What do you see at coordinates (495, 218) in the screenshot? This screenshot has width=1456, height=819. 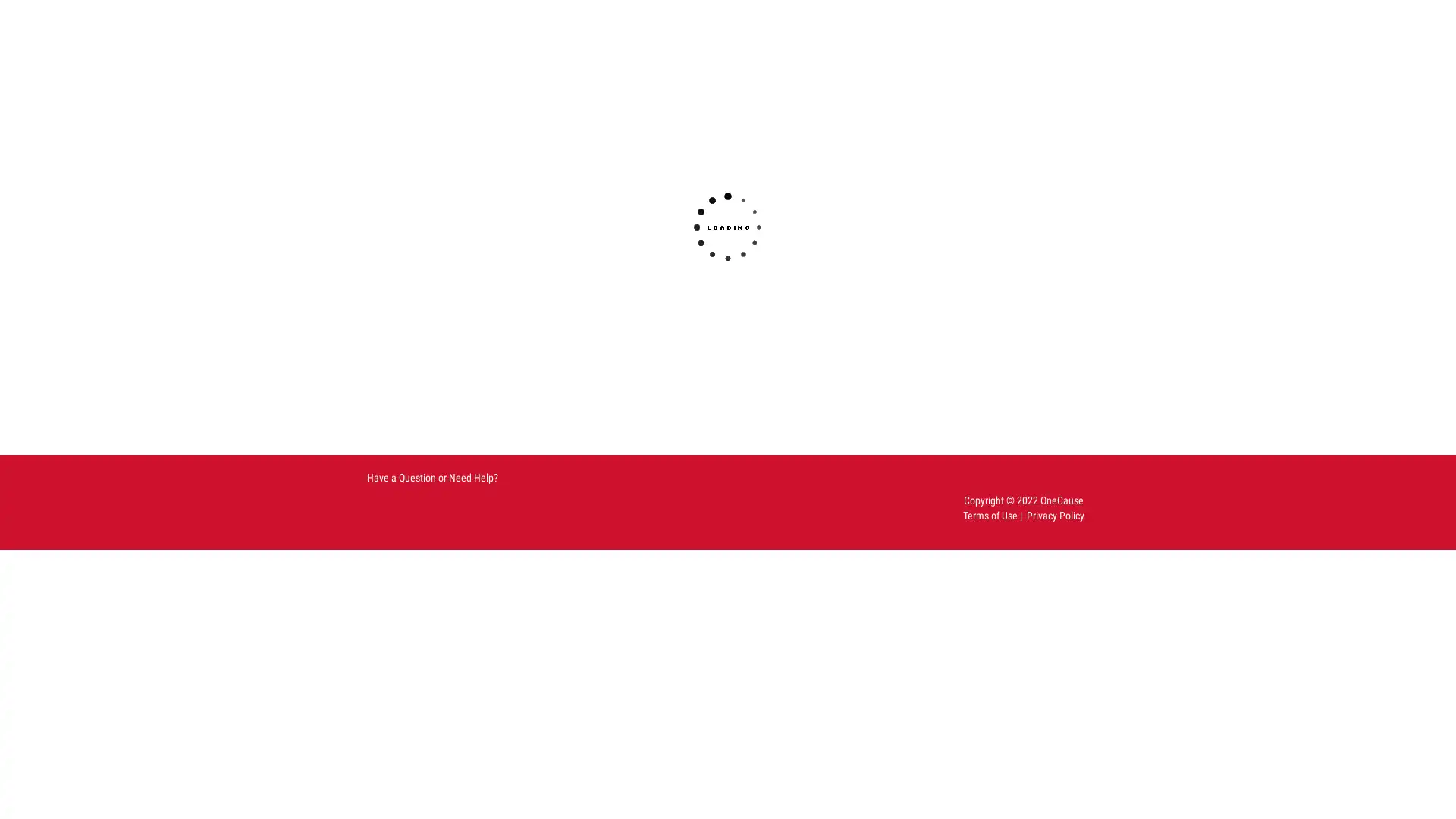 I see `$100` at bounding box center [495, 218].